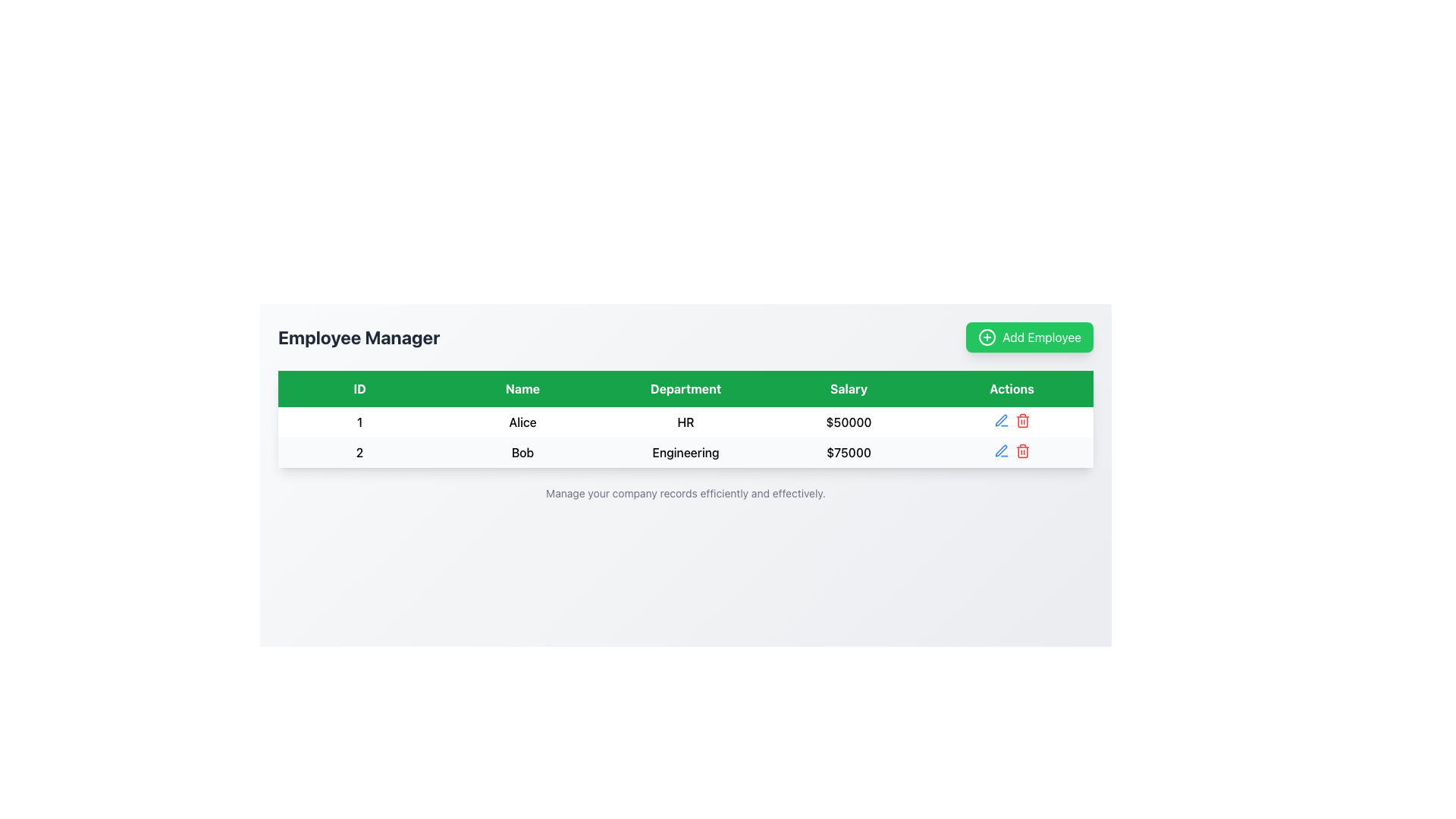  What do you see at coordinates (685, 422) in the screenshot?
I see `the Table Cell containing the text 'HR', which is styled in a sans-serif font and is part of the 'Department' column for the employee named 'Alice'` at bounding box center [685, 422].